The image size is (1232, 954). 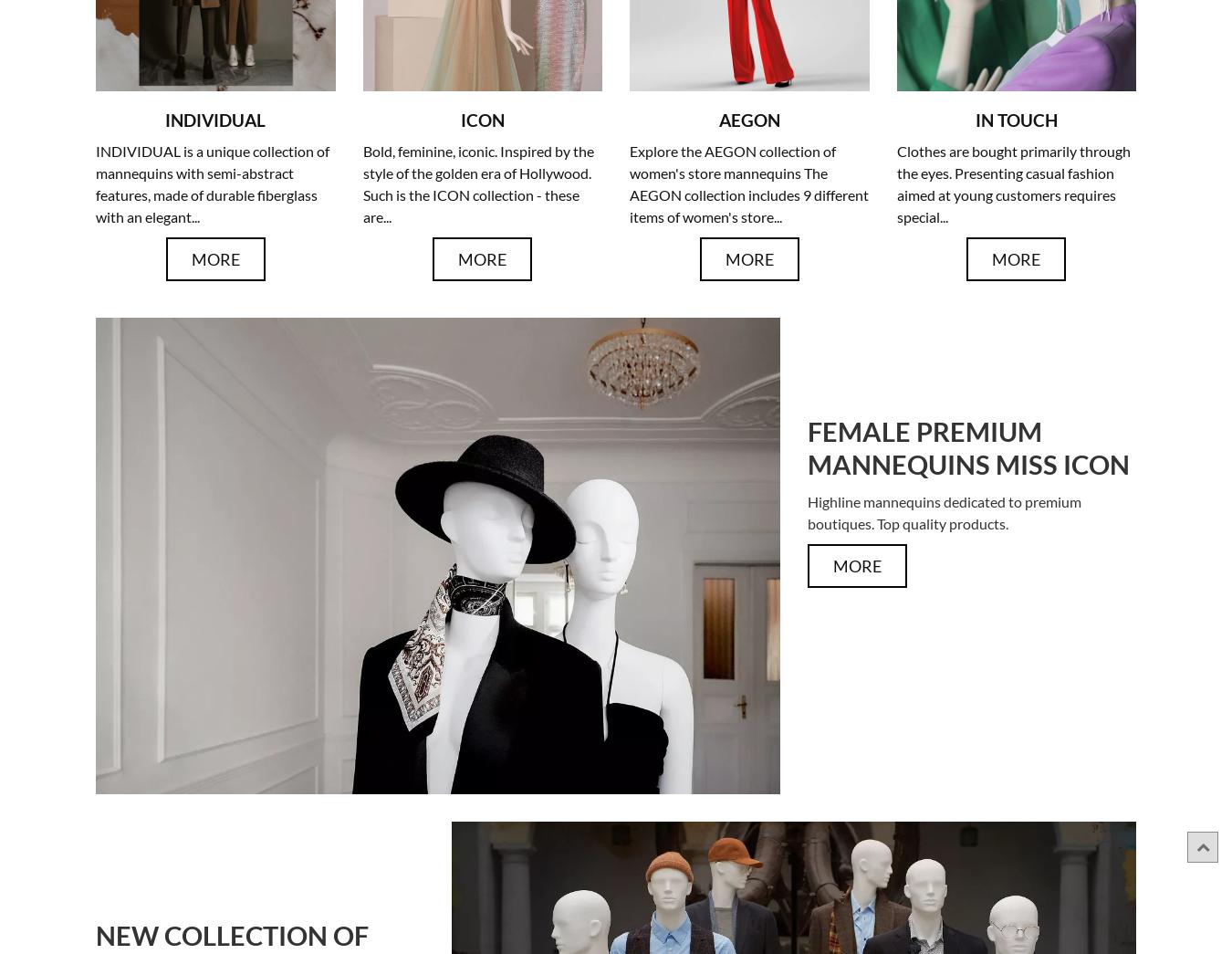 What do you see at coordinates (165, 119) in the screenshot?
I see `'INDIVIDUAL'` at bounding box center [165, 119].